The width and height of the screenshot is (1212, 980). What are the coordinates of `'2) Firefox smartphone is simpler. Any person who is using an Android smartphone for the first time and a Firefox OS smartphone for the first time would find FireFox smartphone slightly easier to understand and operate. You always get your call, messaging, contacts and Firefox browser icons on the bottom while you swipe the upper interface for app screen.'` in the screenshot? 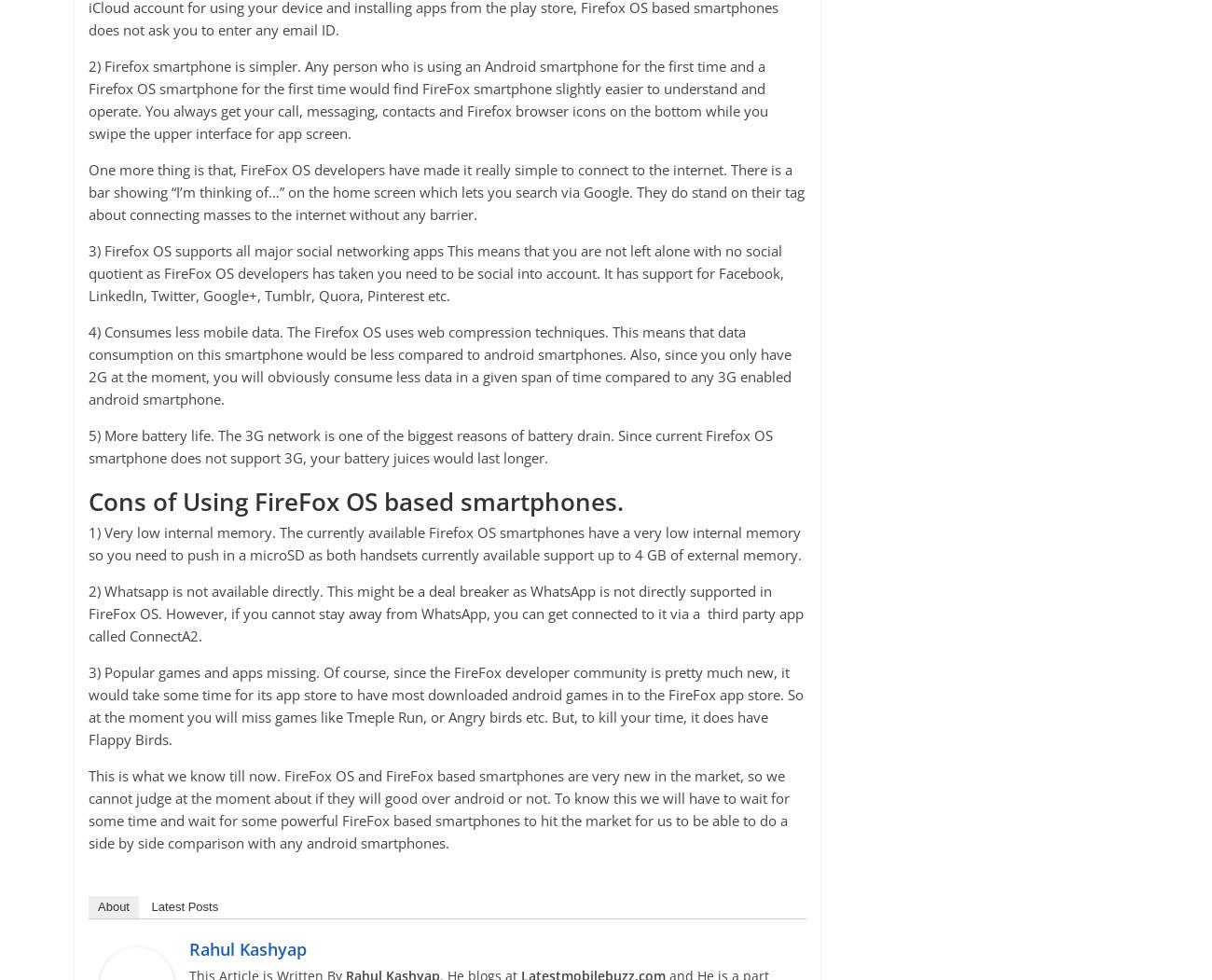 It's located at (427, 99).